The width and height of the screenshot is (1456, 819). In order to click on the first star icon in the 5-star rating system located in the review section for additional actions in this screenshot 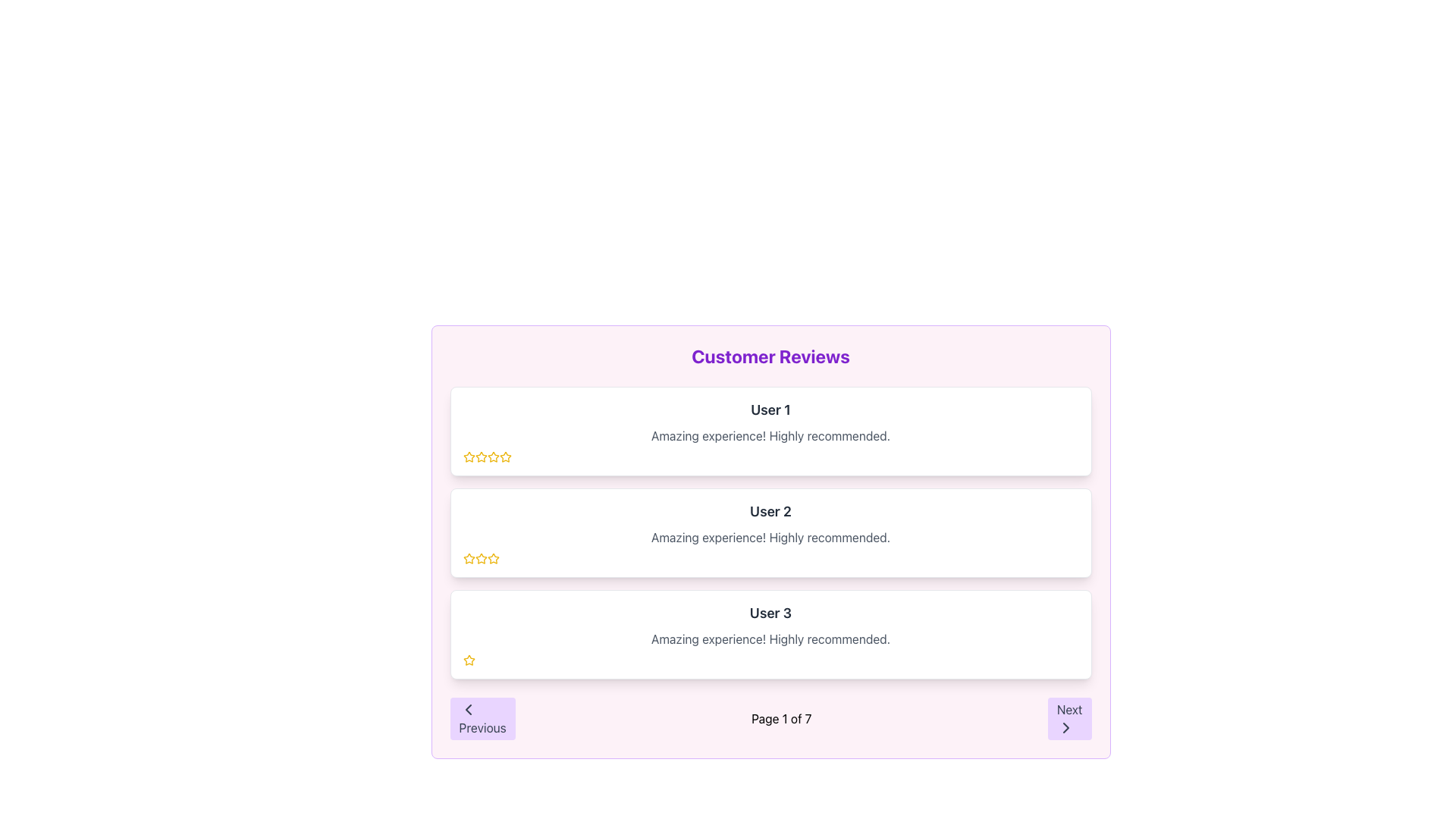, I will do `click(480, 456)`.